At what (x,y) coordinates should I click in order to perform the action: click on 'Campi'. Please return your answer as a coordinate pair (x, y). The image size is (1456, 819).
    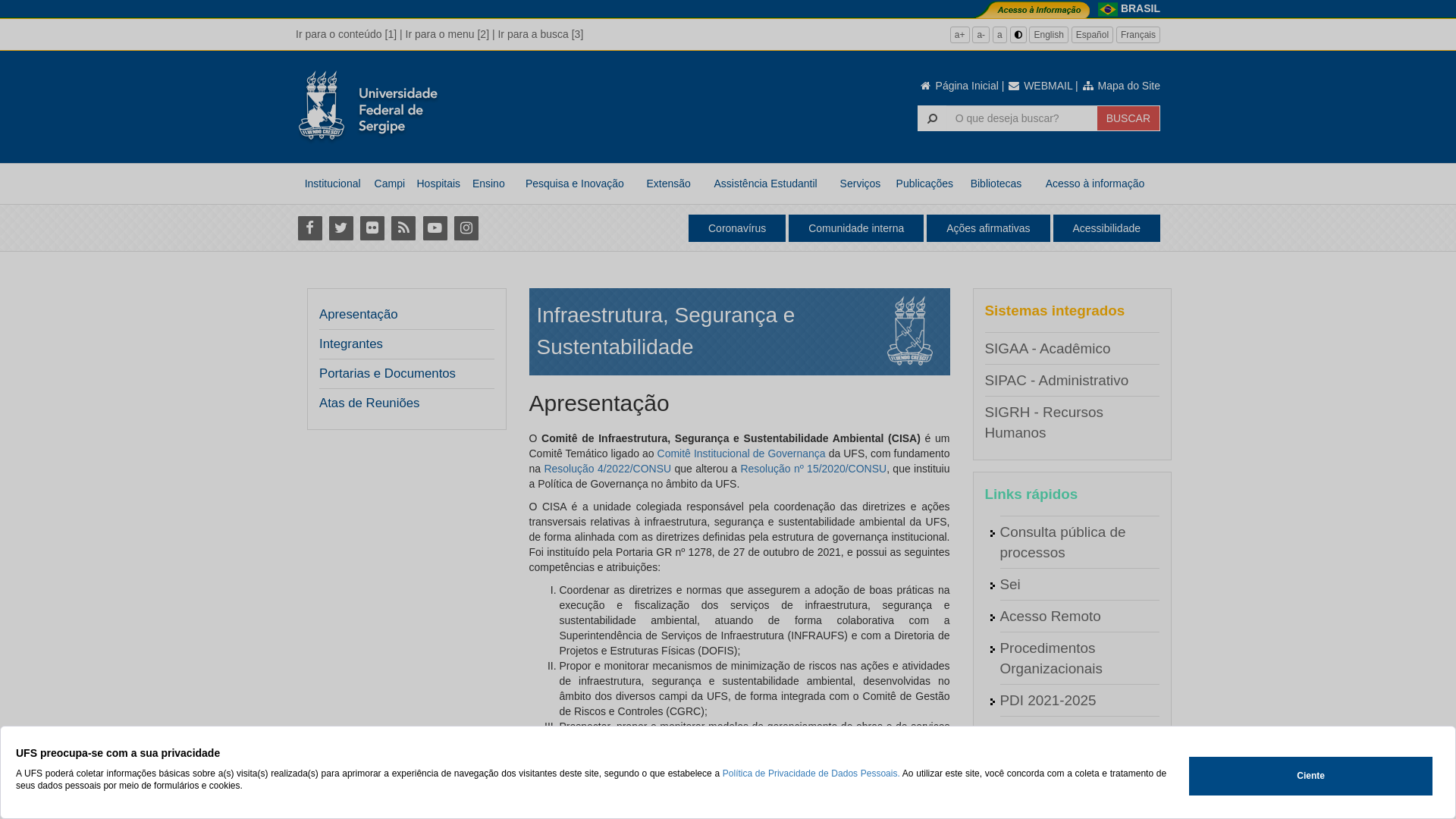
    Looking at the image, I should click on (389, 183).